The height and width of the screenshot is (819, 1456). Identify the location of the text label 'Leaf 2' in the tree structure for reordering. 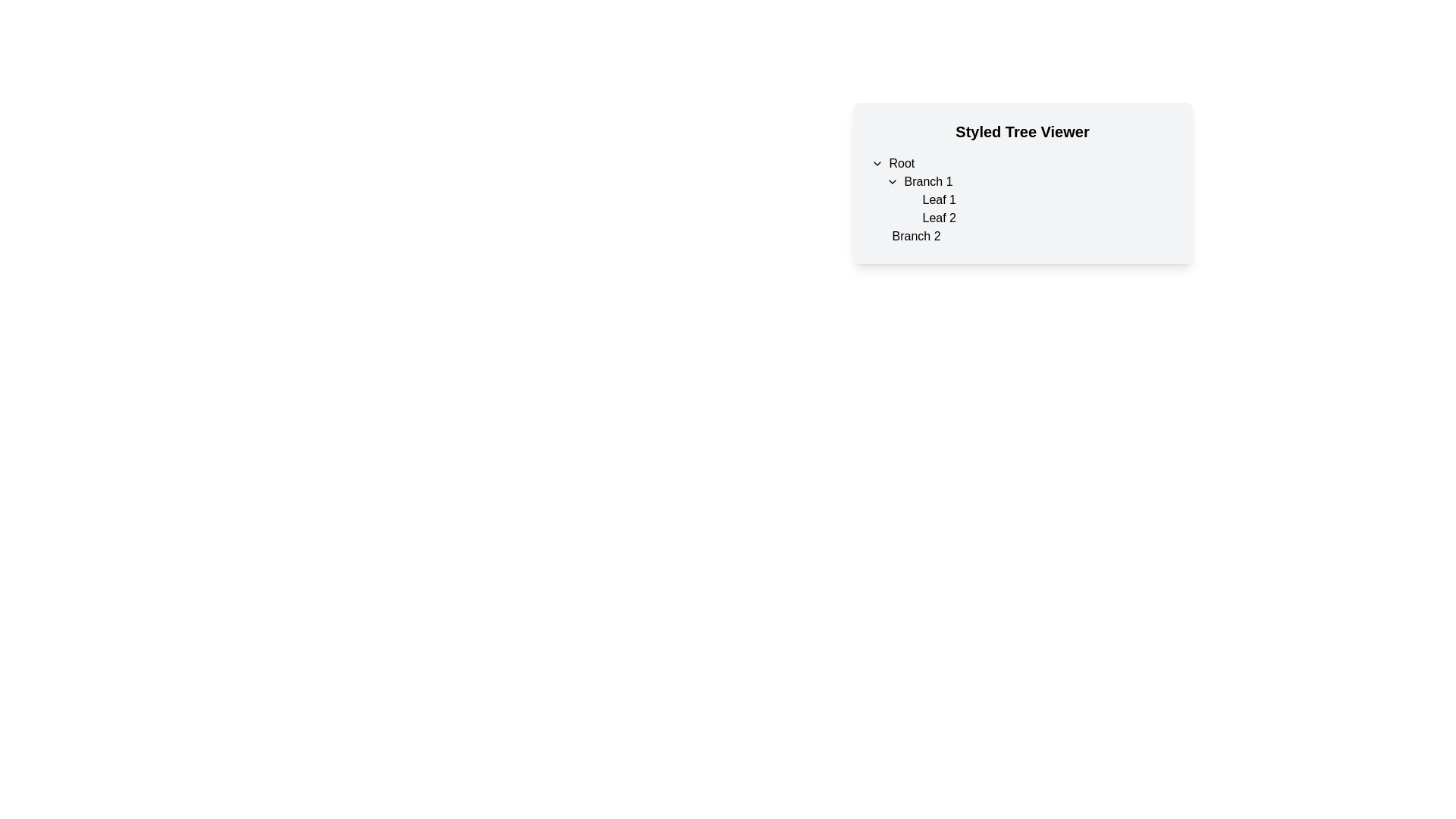
(938, 218).